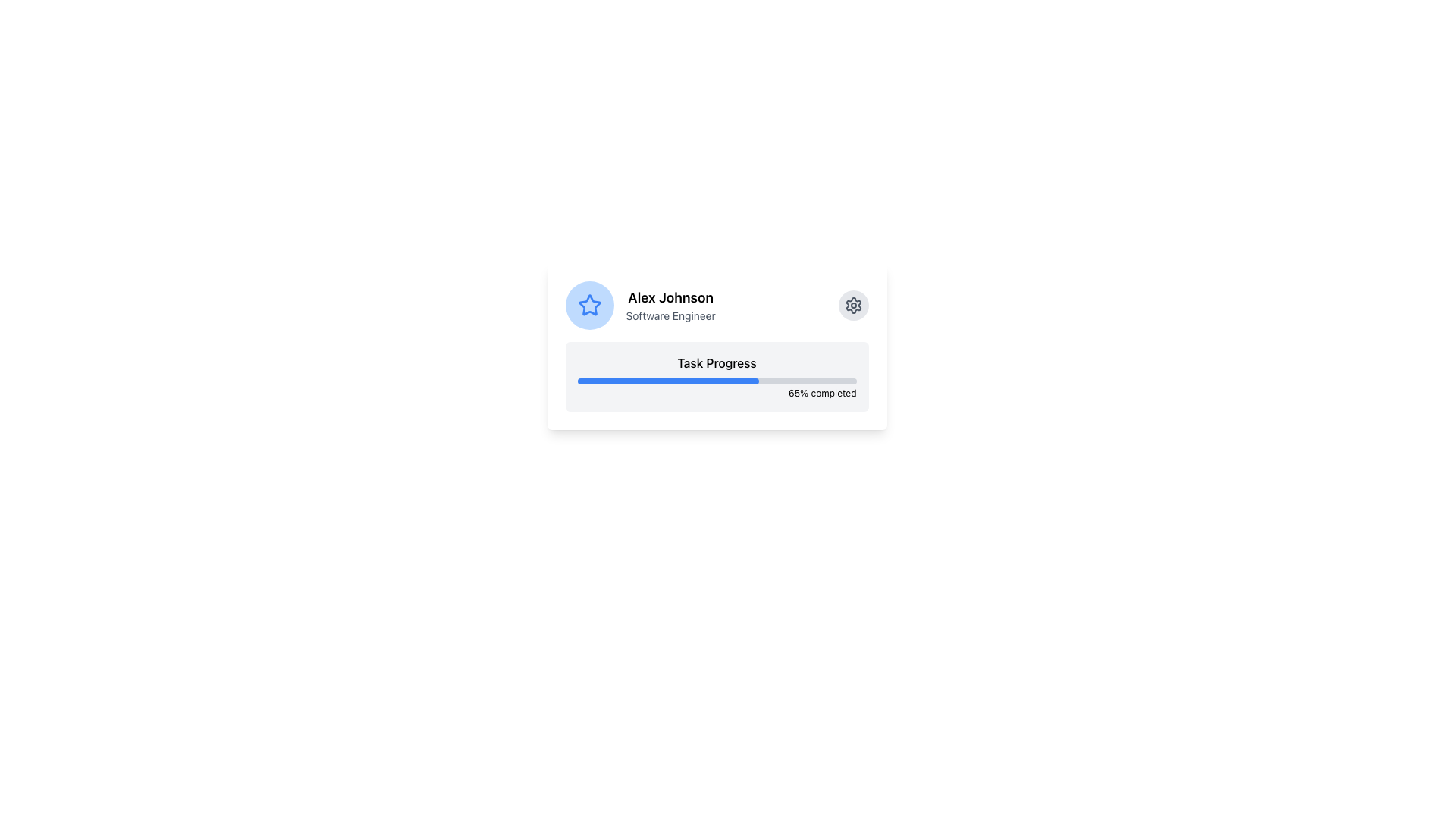 This screenshot has height=819, width=1456. What do you see at coordinates (716, 362) in the screenshot?
I see `the bold, black static text reading 'Task Progress' that is centered within a gray background box, indicating its association with a progress indicator` at bounding box center [716, 362].